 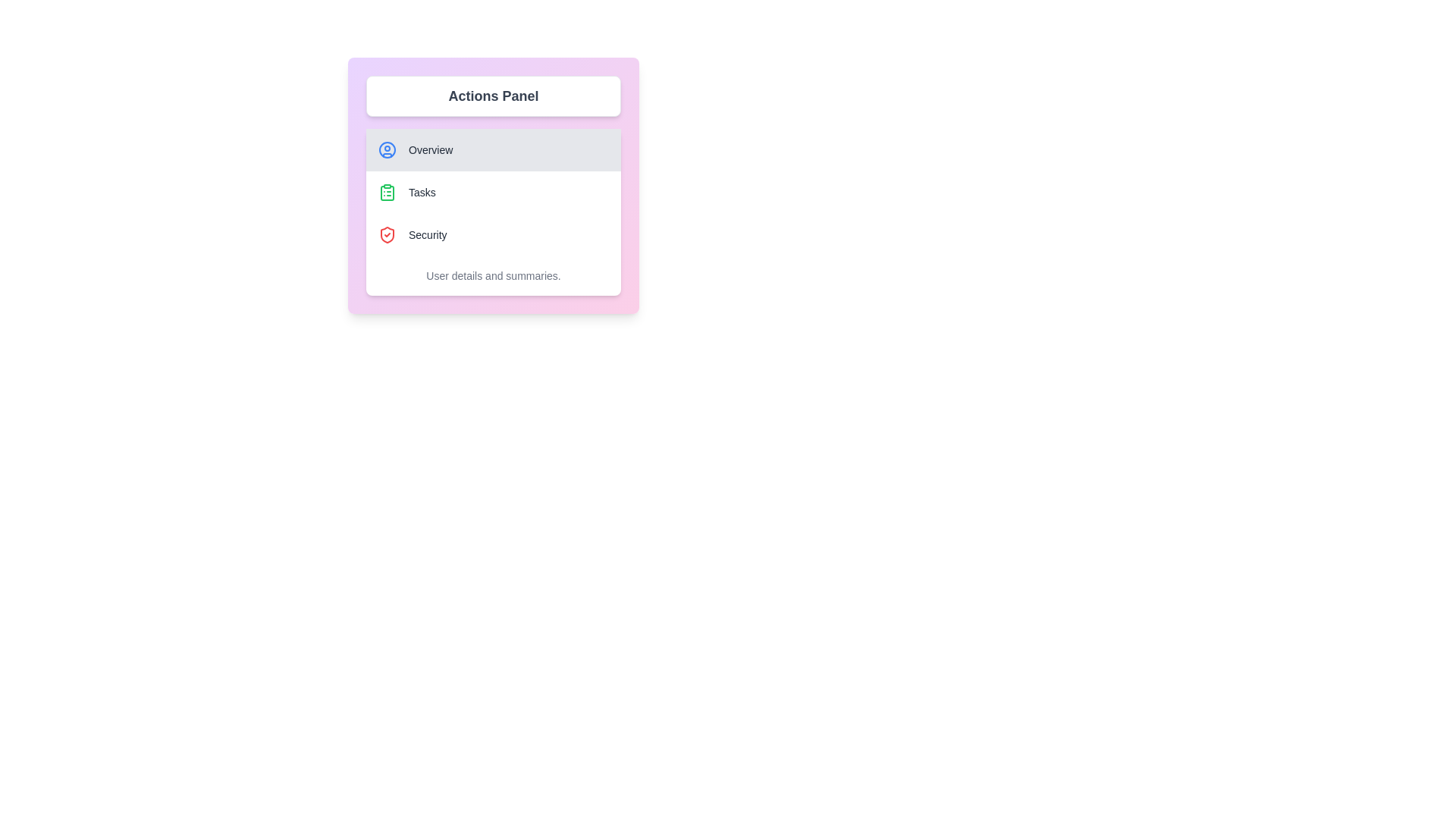 What do you see at coordinates (494, 149) in the screenshot?
I see `the menu option Overview` at bounding box center [494, 149].